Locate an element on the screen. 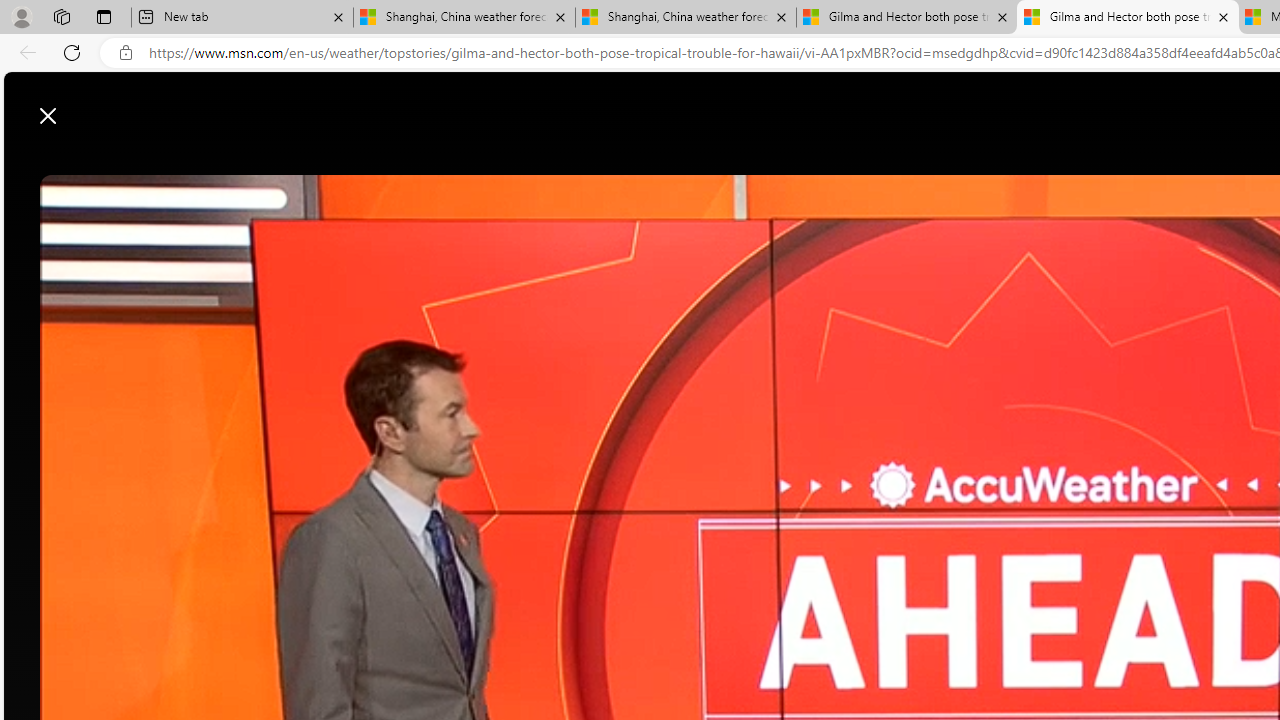  'Class: control icon-only' is located at coordinates (48, 115).